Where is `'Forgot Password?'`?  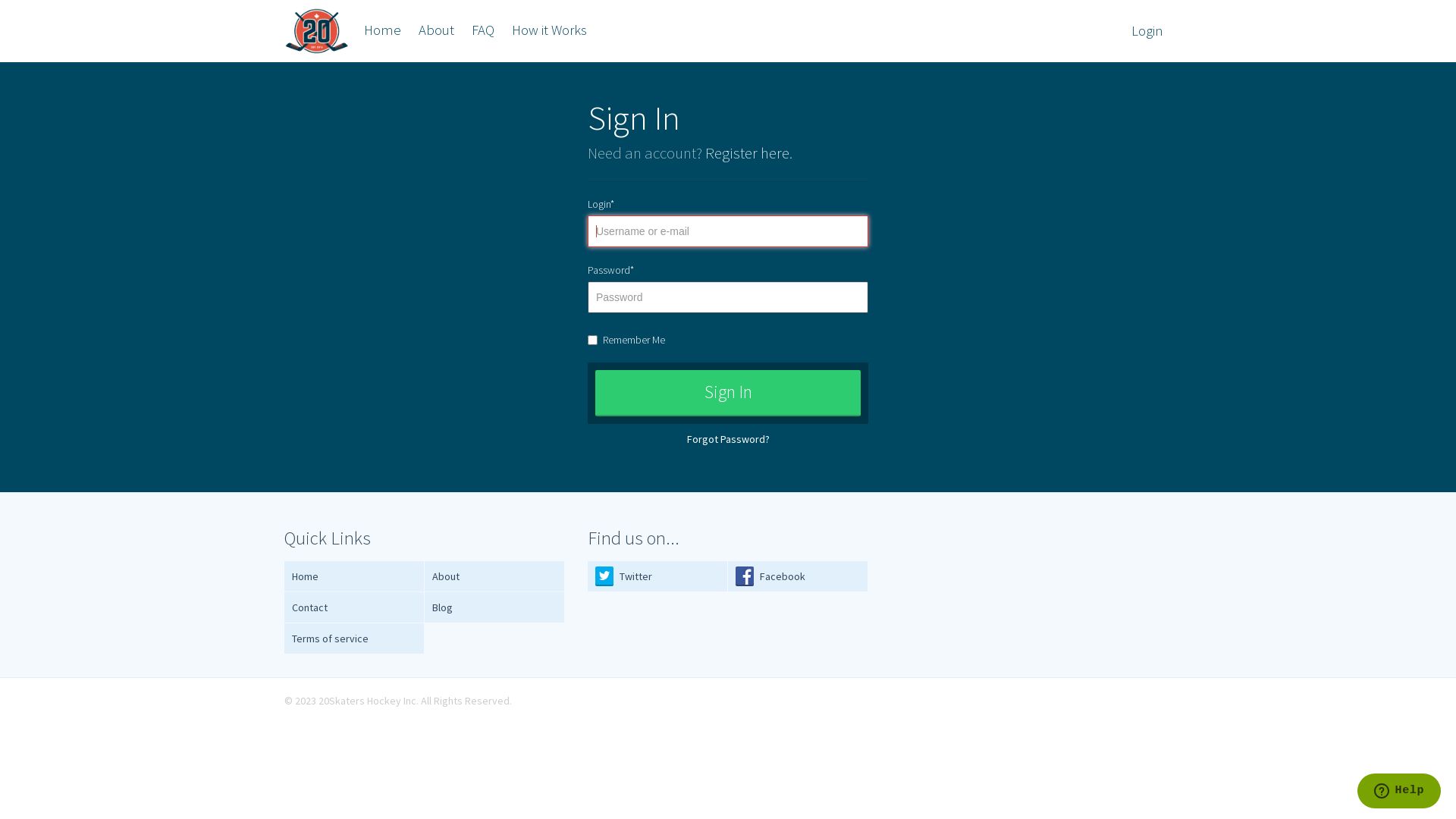 'Forgot Password?' is located at coordinates (728, 438).